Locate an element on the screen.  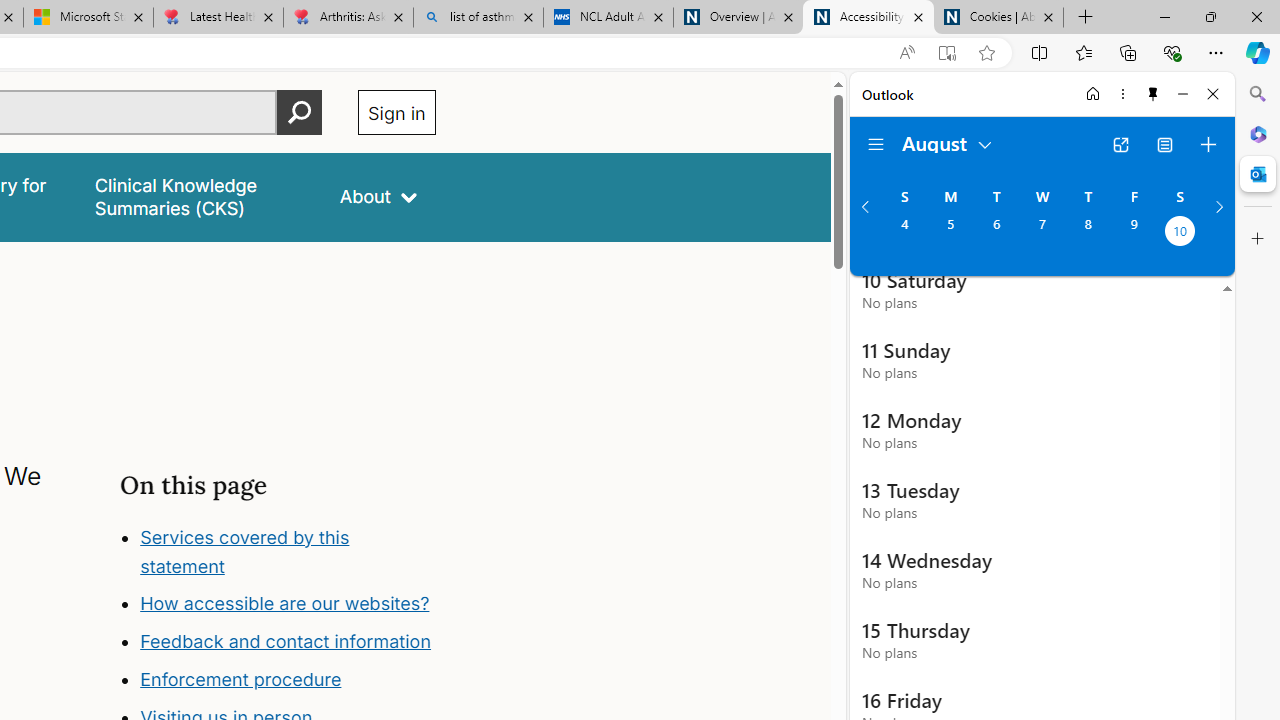
'Wednesday, August 7, 2024. ' is located at coordinates (1041, 232).